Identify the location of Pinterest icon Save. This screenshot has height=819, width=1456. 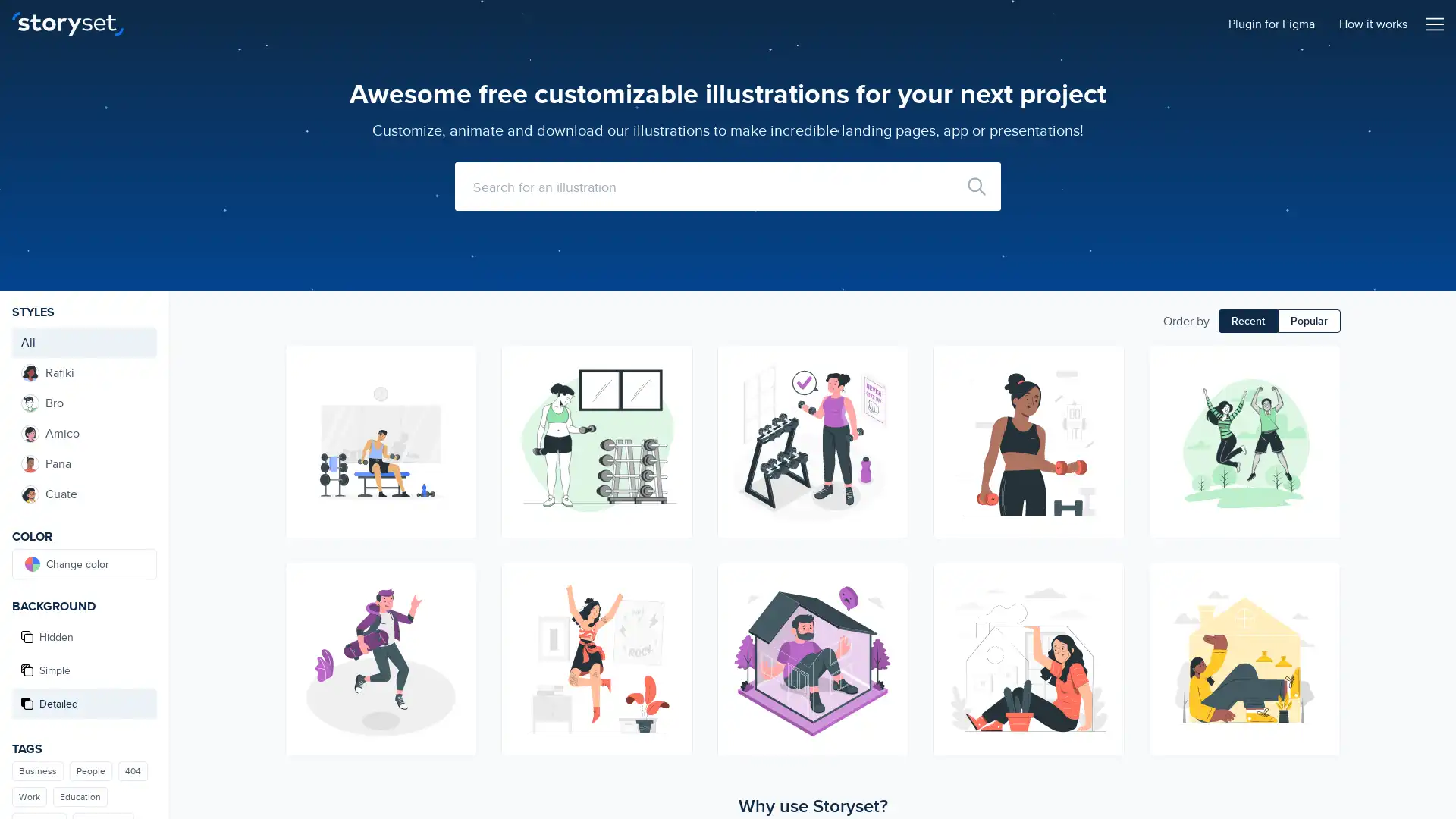
(673, 635).